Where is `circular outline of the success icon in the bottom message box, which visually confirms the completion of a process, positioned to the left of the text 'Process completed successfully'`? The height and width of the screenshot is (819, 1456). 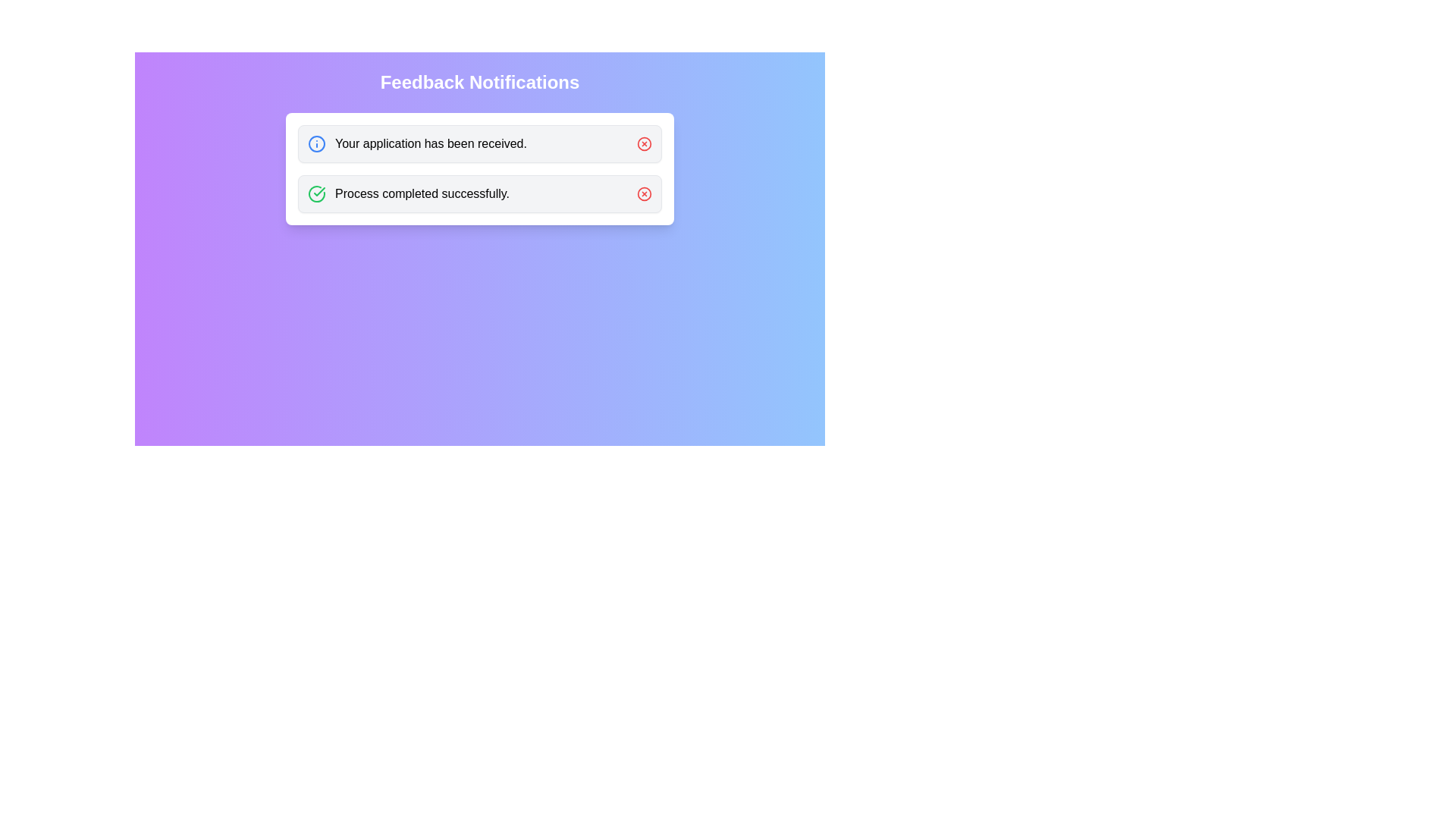 circular outline of the success icon in the bottom message box, which visually confirms the completion of a process, positioned to the left of the text 'Process completed successfully' is located at coordinates (315, 193).